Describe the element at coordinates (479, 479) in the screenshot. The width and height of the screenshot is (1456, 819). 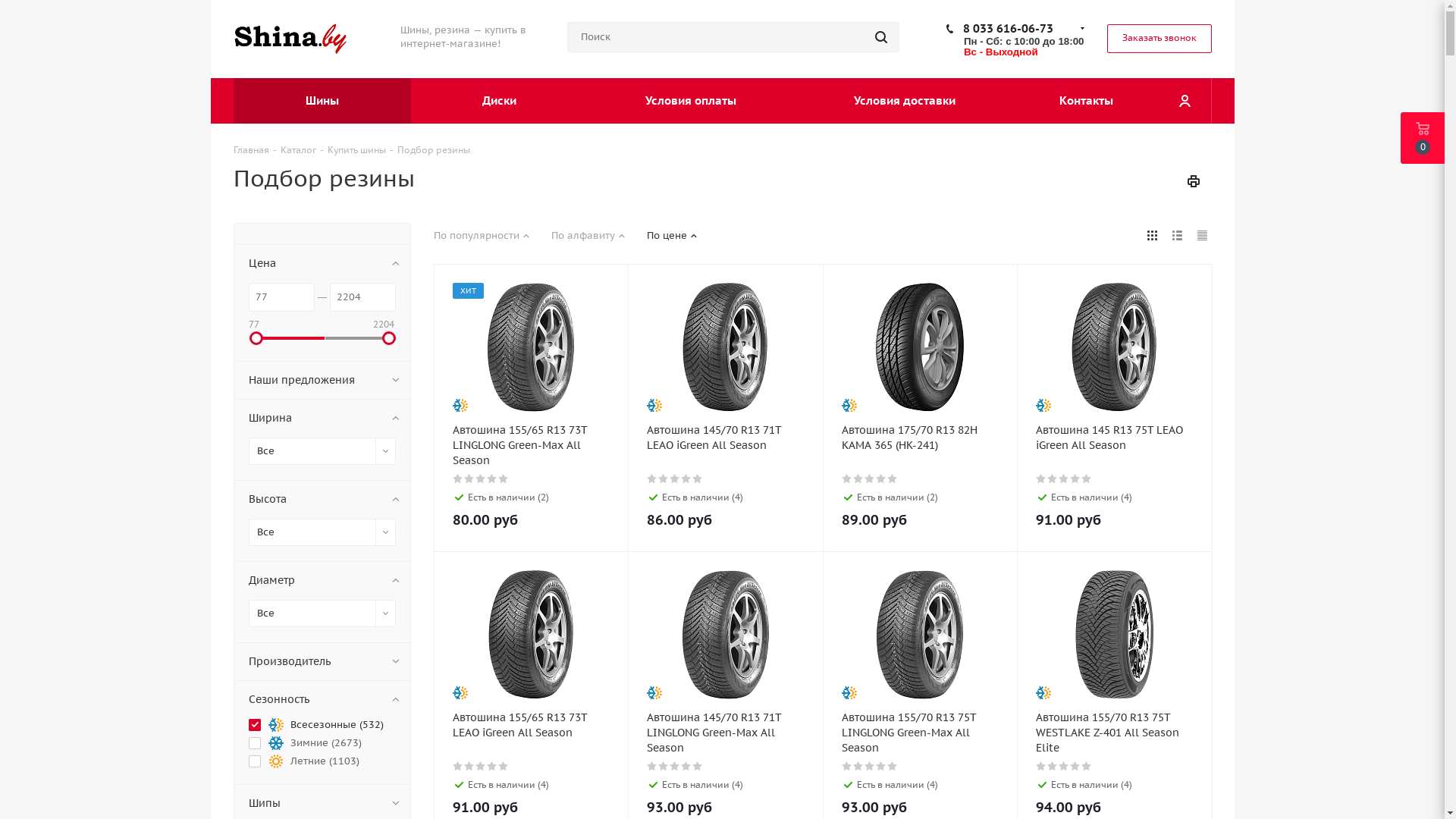
I see `'3'` at that location.